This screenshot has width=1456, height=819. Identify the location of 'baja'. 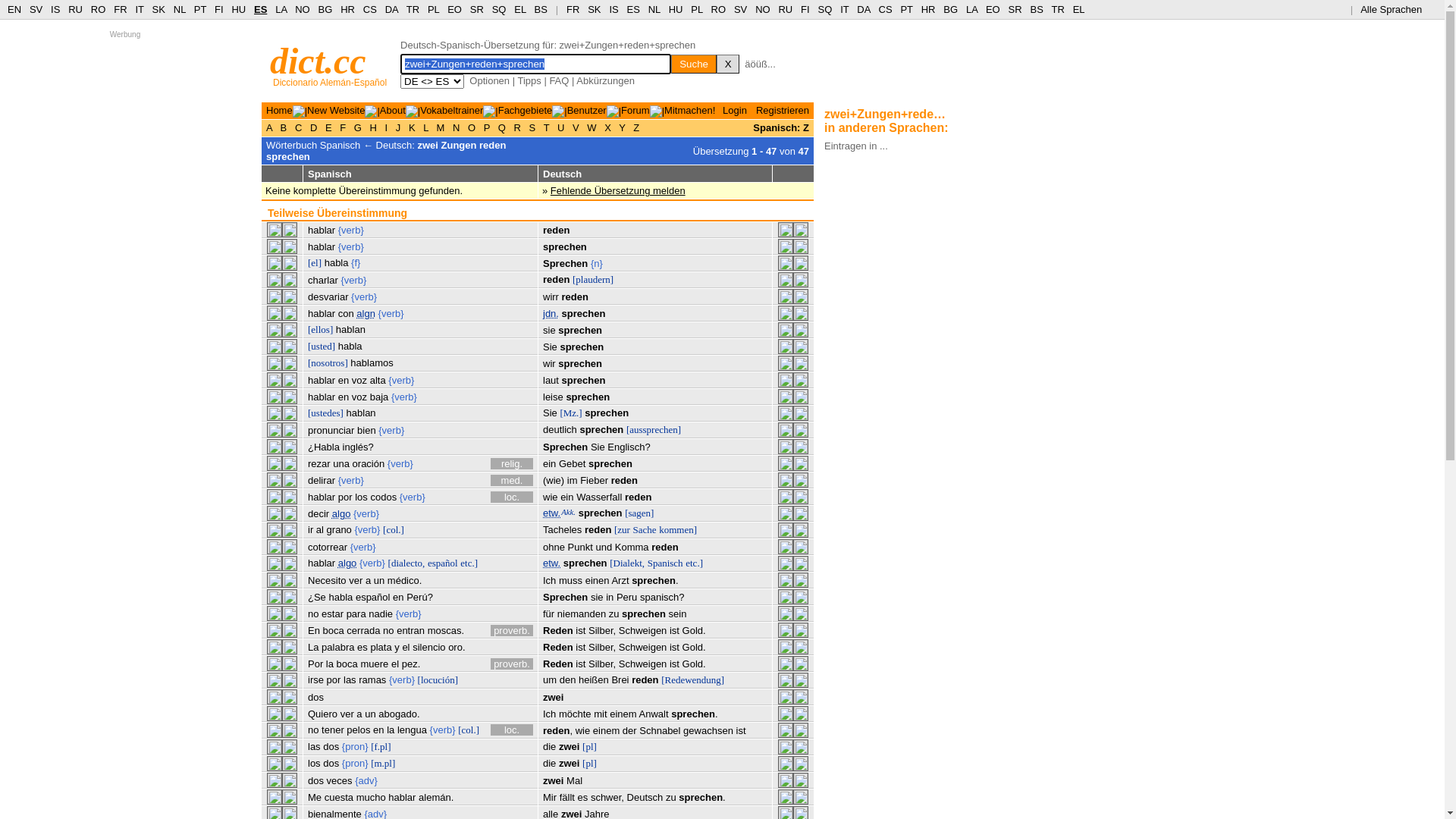
(370, 396).